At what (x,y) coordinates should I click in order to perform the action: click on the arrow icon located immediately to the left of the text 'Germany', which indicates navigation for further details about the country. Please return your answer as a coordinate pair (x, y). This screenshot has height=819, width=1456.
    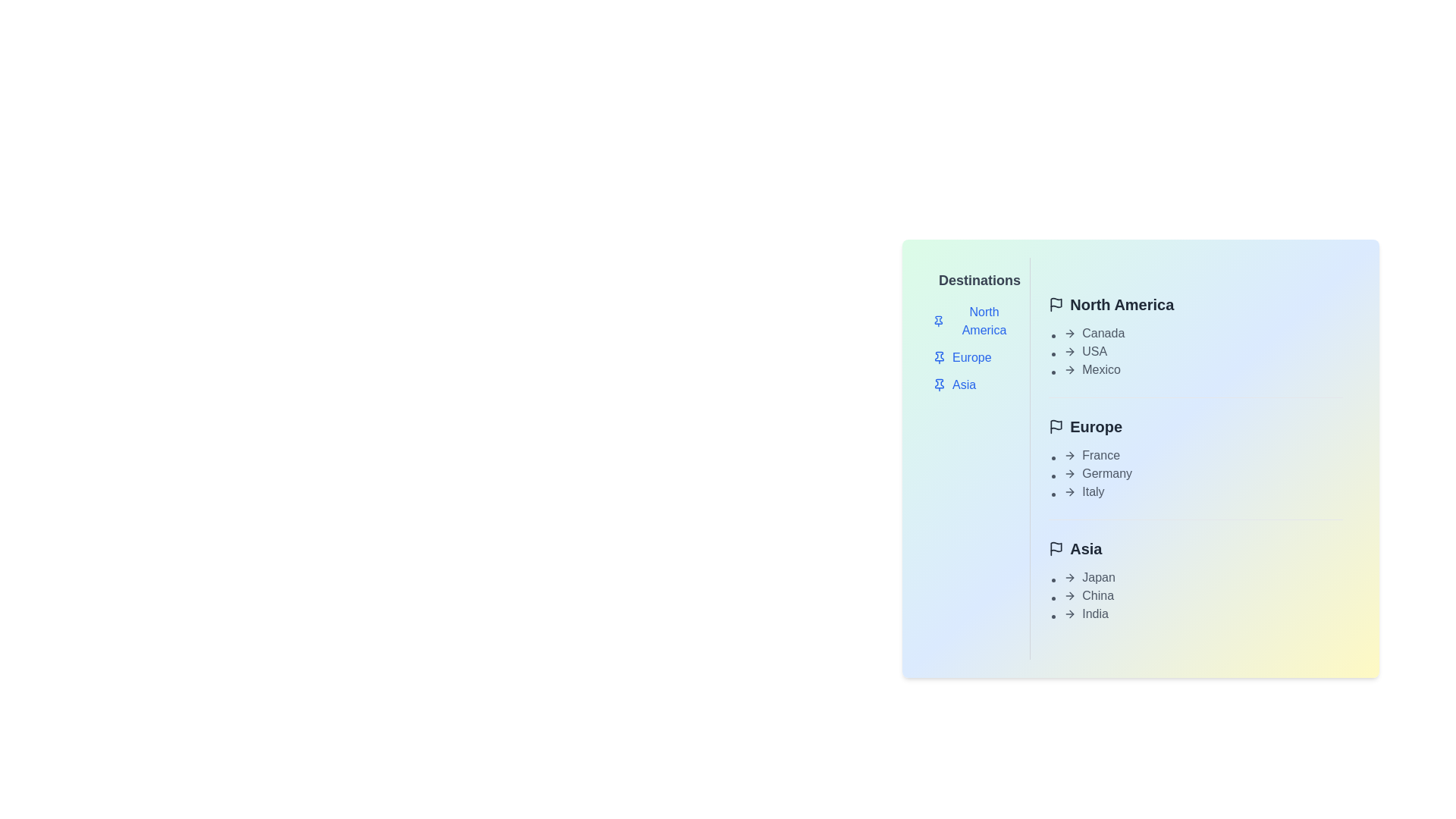
    Looking at the image, I should click on (1069, 472).